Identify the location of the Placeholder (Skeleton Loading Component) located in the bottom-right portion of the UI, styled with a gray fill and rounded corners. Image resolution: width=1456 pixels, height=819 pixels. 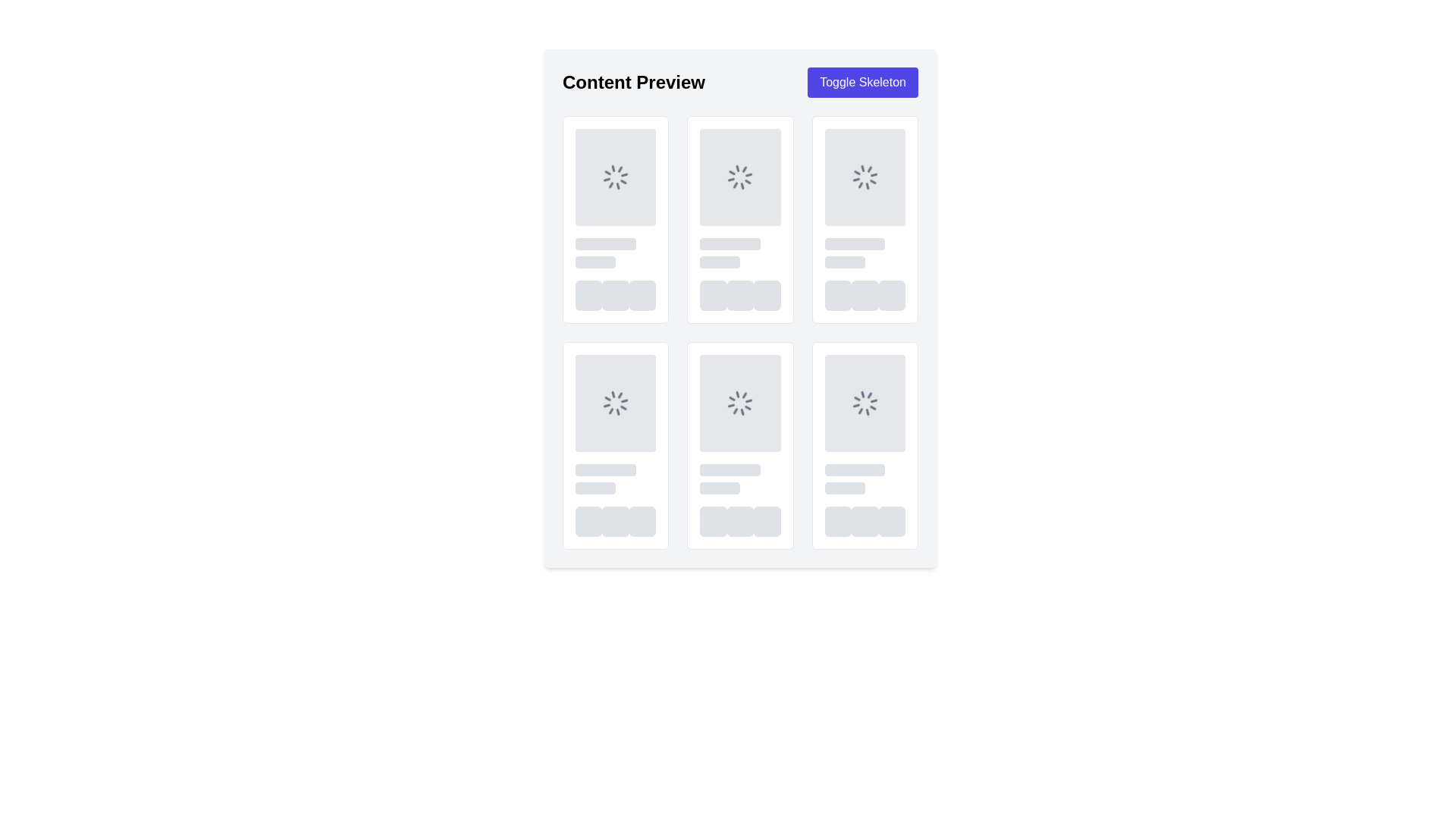
(844, 488).